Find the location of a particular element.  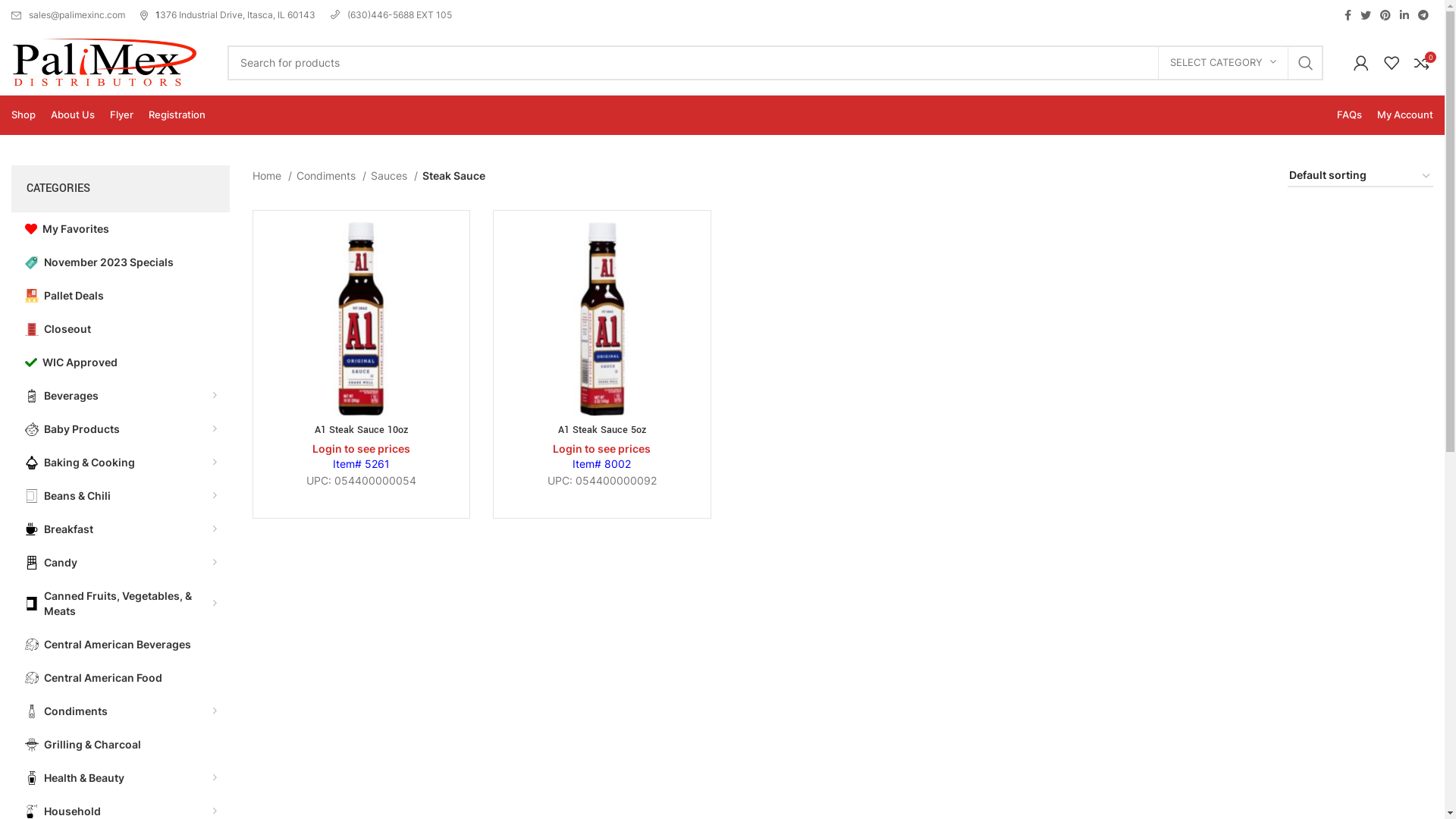

'SELECT CATEGORY' is located at coordinates (1156, 62).